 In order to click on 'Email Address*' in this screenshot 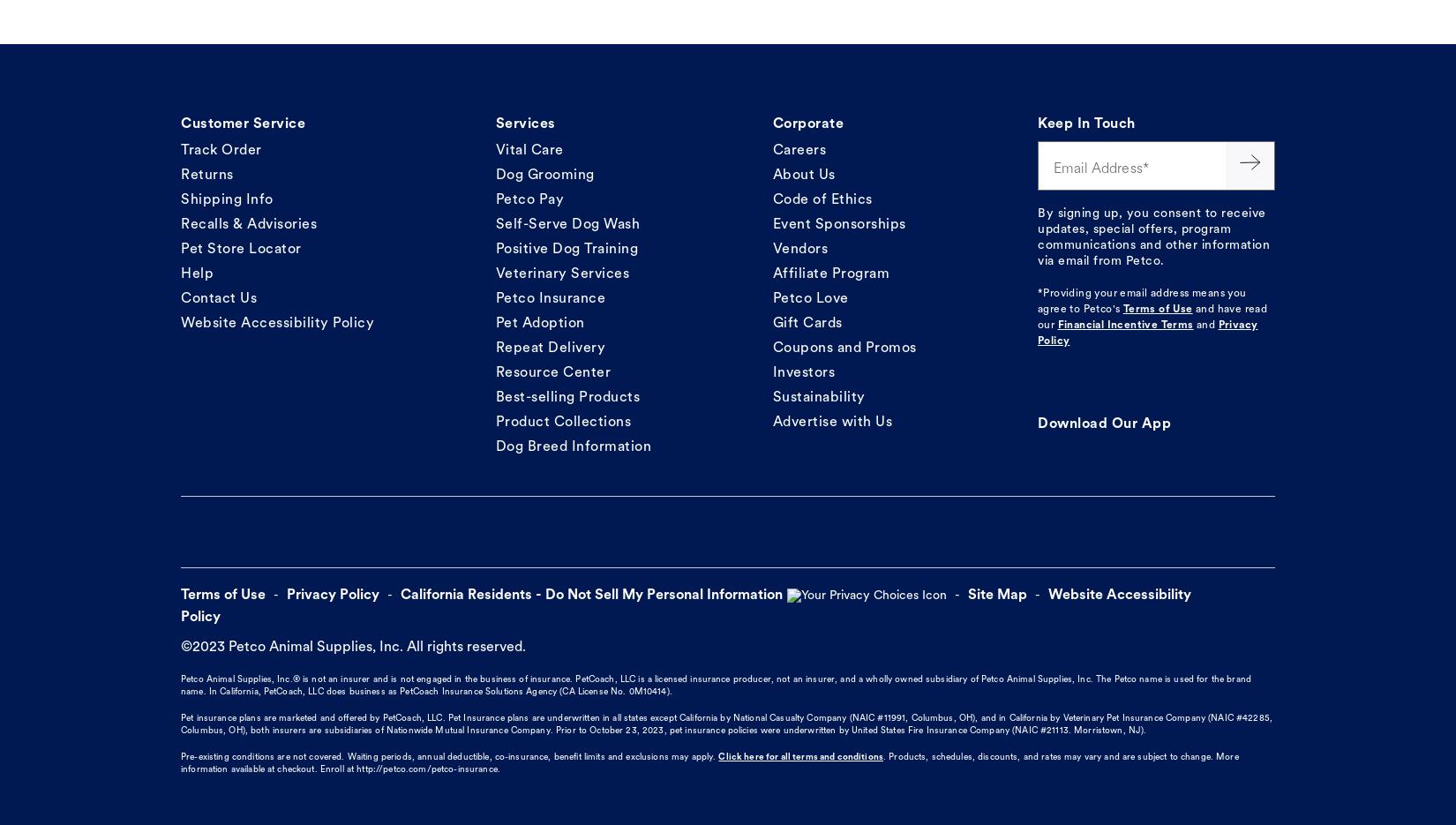, I will do `click(1052, 168)`.